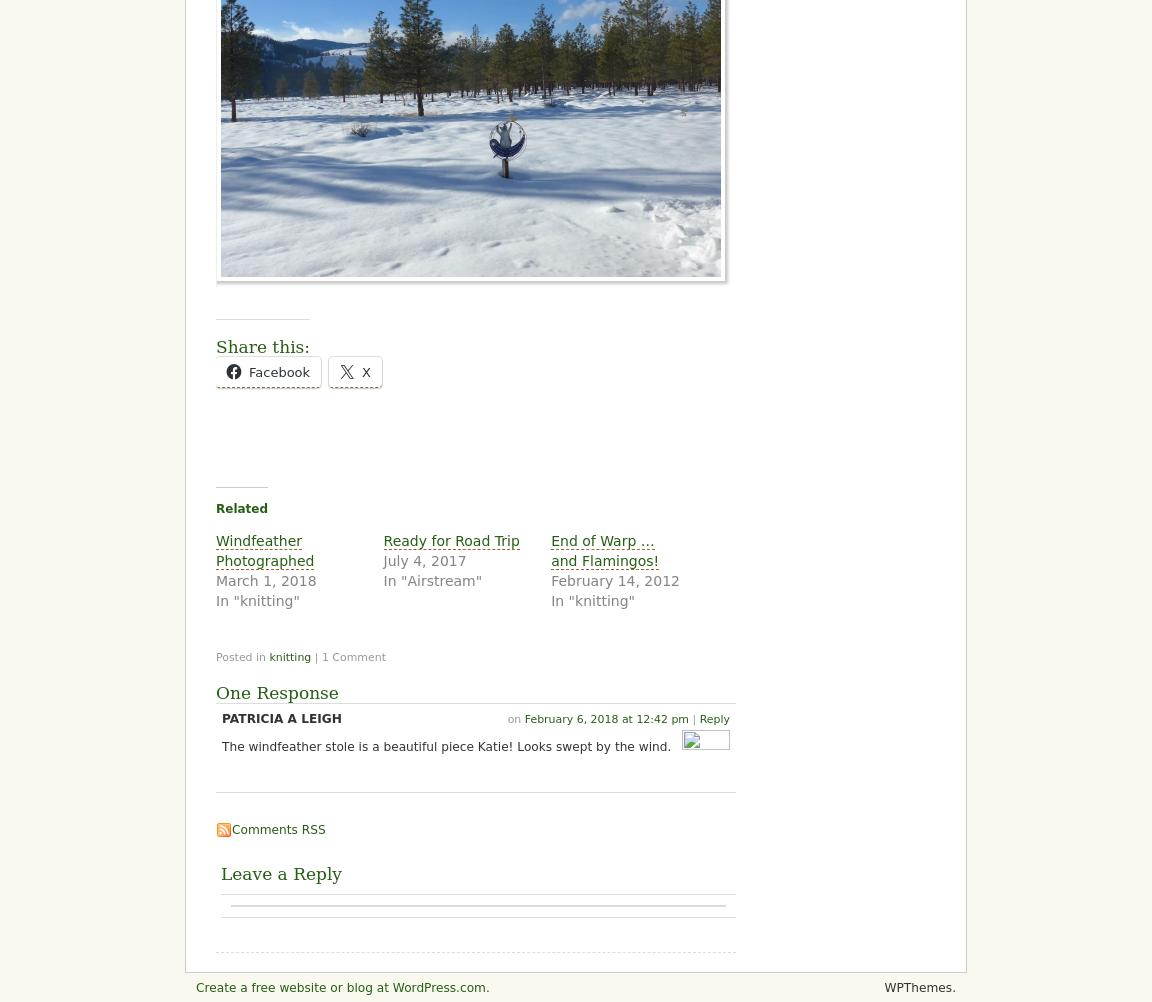 The image size is (1152, 1002). Describe the element at coordinates (281, 719) in the screenshot. I see `'PATRICIA A LEIGH'` at that location.